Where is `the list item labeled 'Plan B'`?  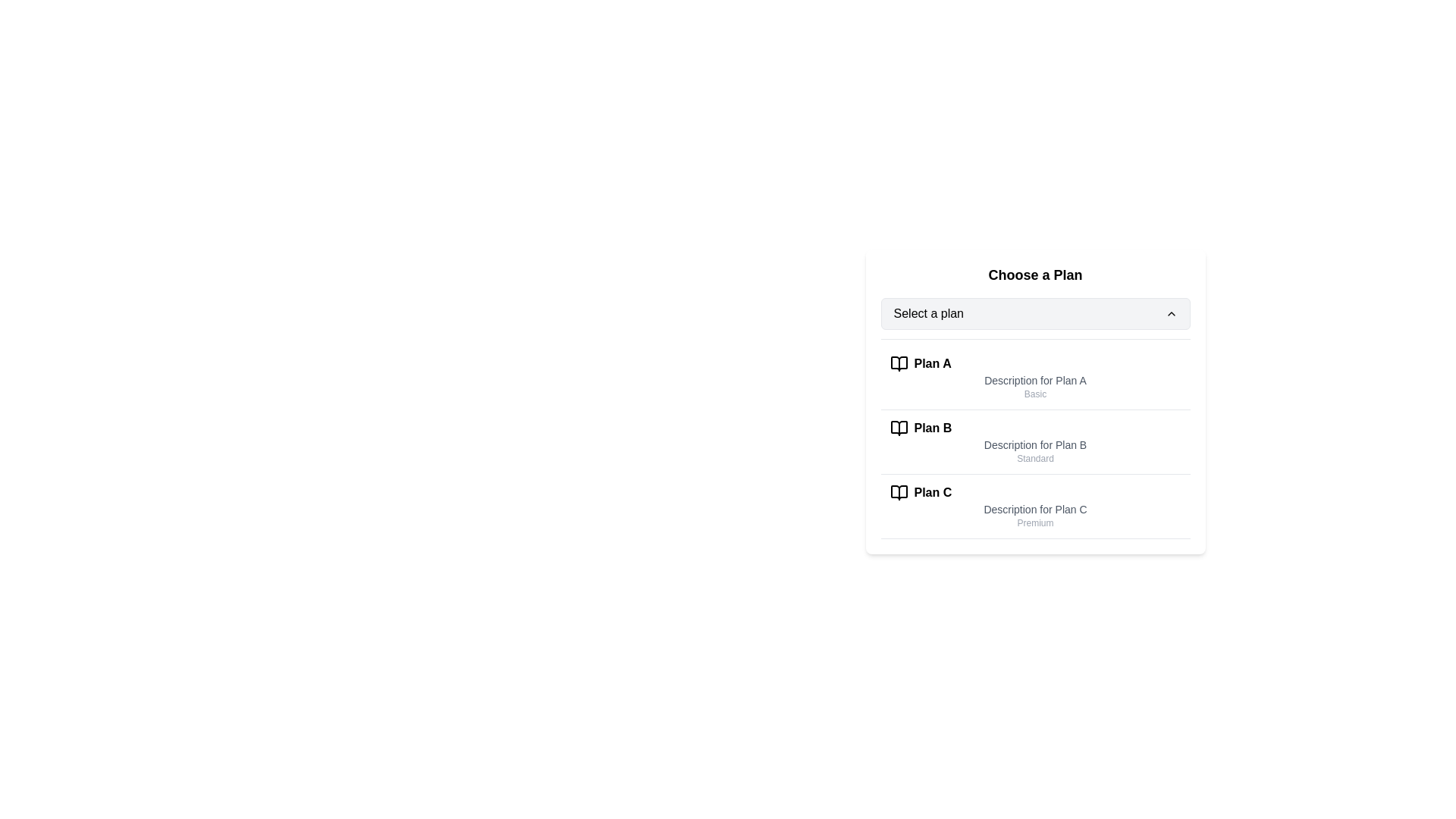
the list item labeled 'Plan B' is located at coordinates (1034, 442).